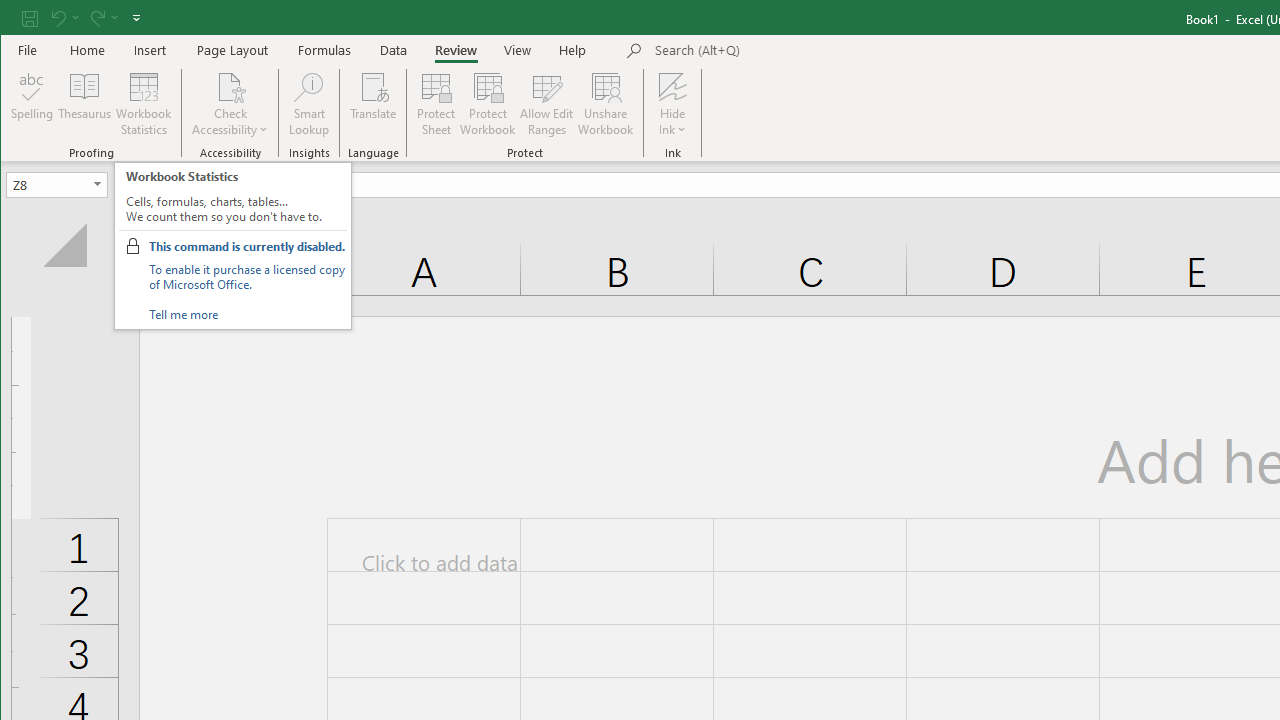  Describe the element at coordinates (230, 104) in the screenshot. I see `'Check Accessibility'` at that location.